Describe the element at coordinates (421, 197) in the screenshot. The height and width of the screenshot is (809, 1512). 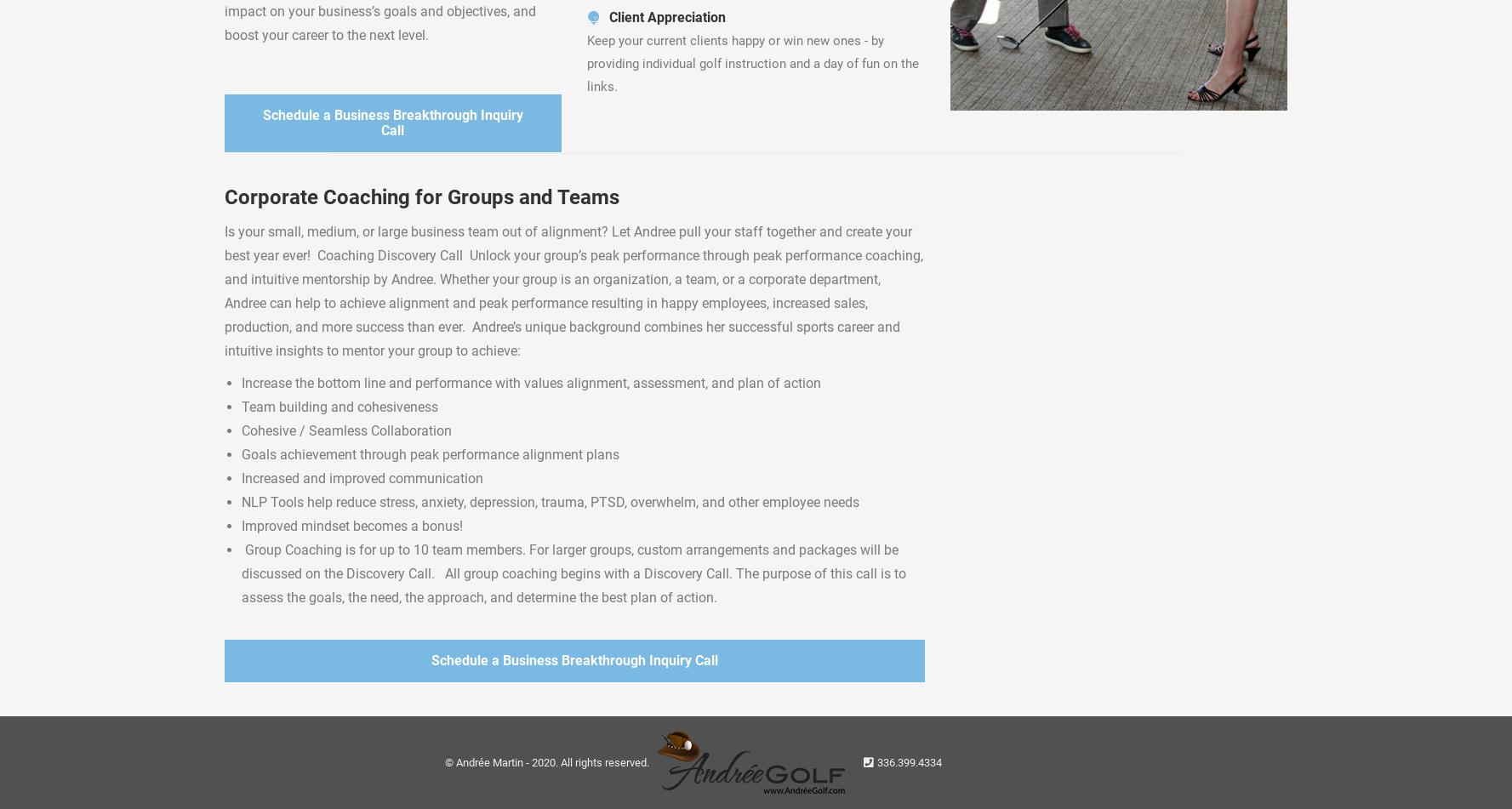
I see `'Corporate Coaching for Groups and Teams'` at that location.